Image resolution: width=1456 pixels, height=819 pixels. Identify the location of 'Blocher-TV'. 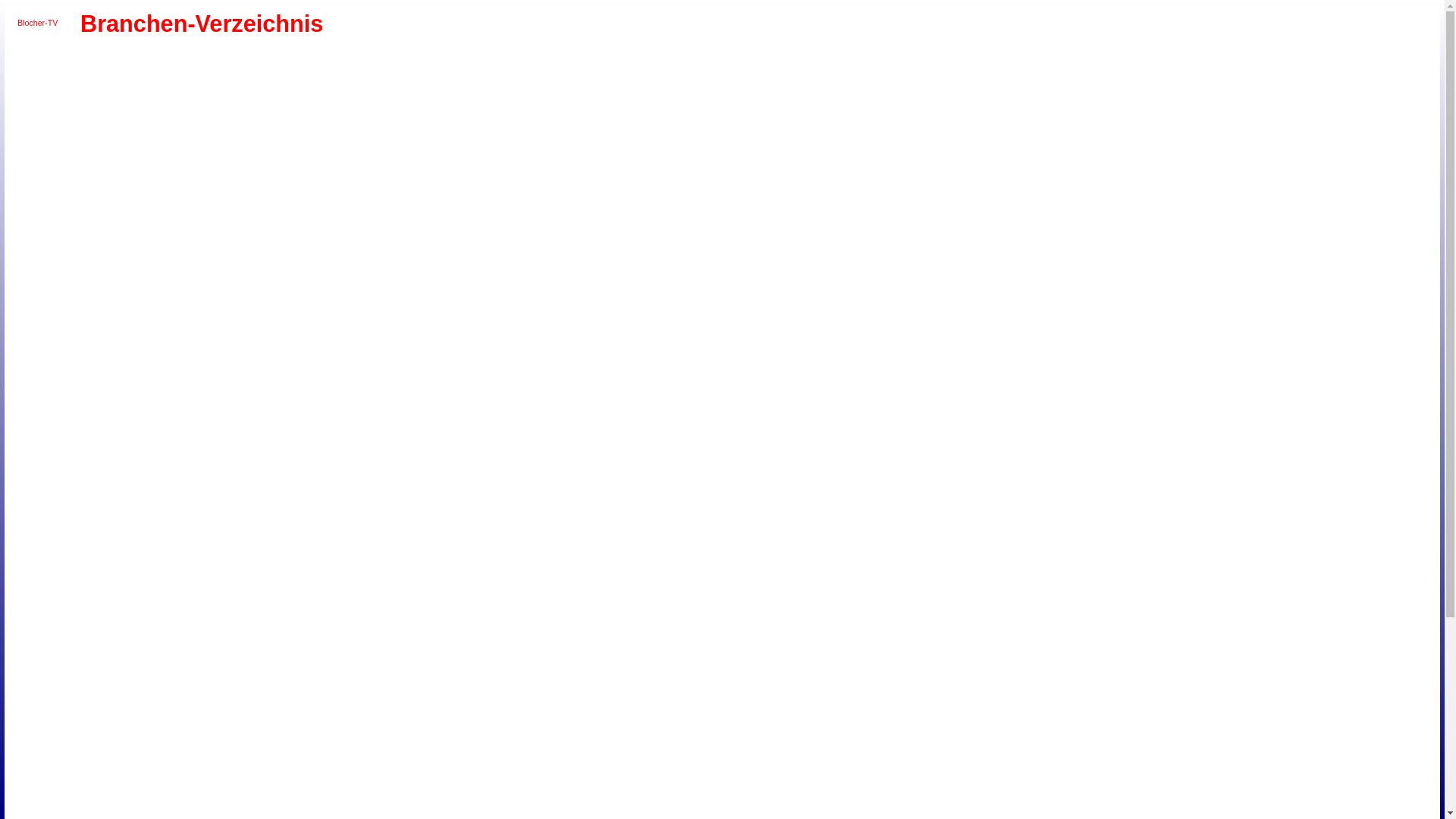
(37, 23).